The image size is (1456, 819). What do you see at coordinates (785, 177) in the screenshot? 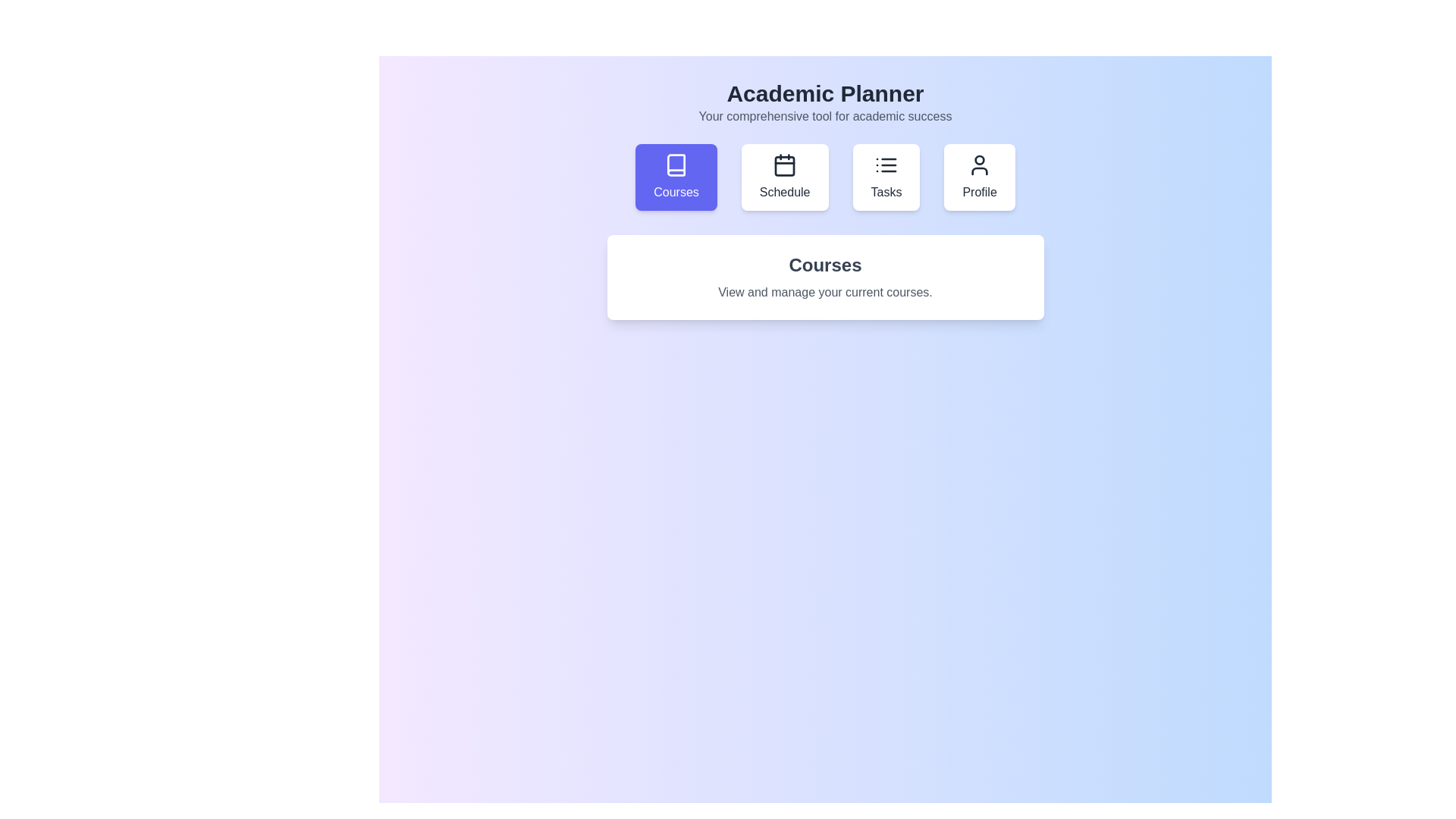
I see `the Schedule tab to view its content` at bounding box center [785, 177].